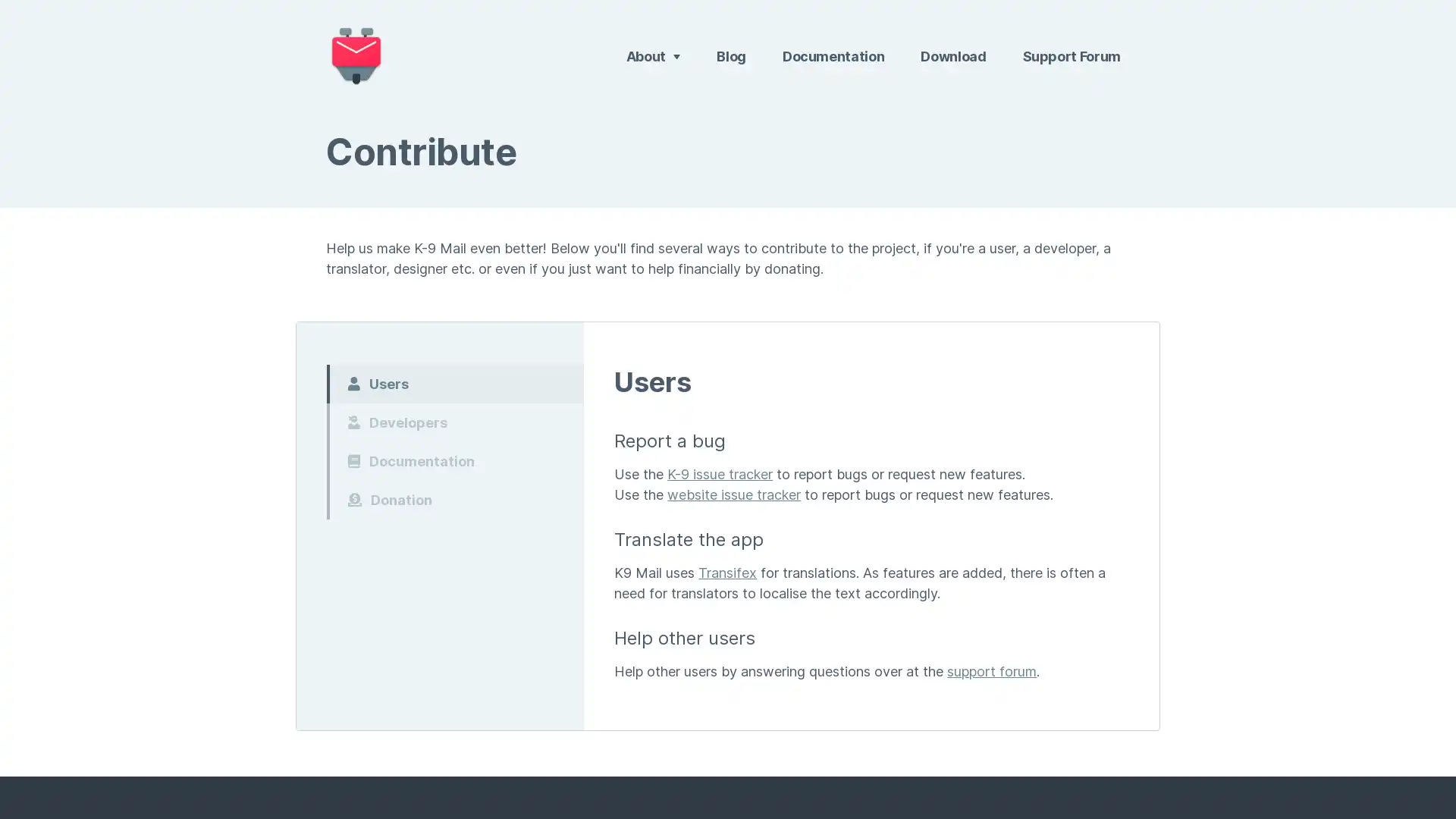 This screenshot has height=819, width=1456. I want to click on Documentation, so click(454, 460).